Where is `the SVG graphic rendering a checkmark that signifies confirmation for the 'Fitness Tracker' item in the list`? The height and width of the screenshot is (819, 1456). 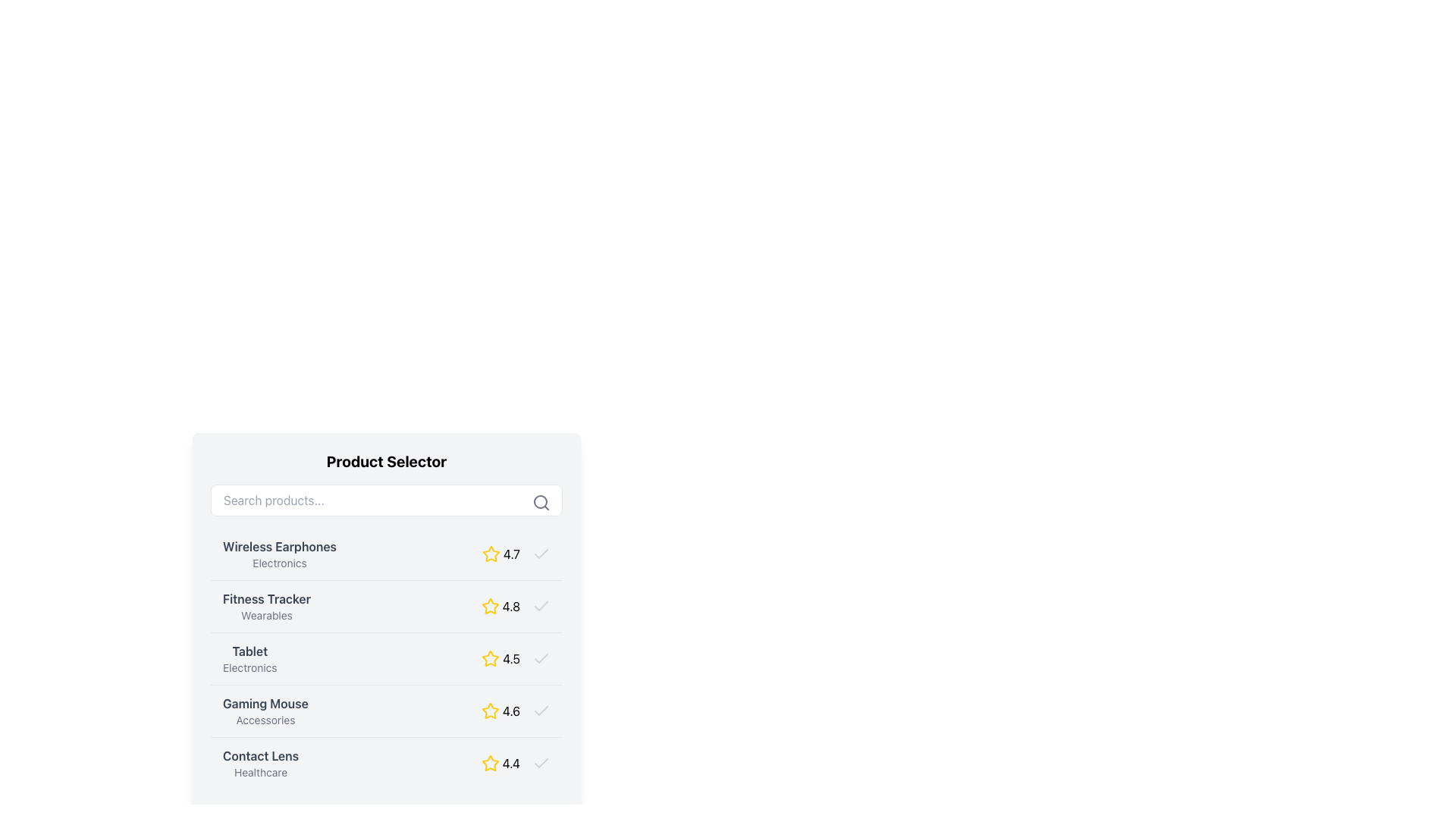 the SVG graphic rendering a checkmark that signifies confirmation for the 'Fitness Tracker' item in the list is located at coordinates (541, 604).